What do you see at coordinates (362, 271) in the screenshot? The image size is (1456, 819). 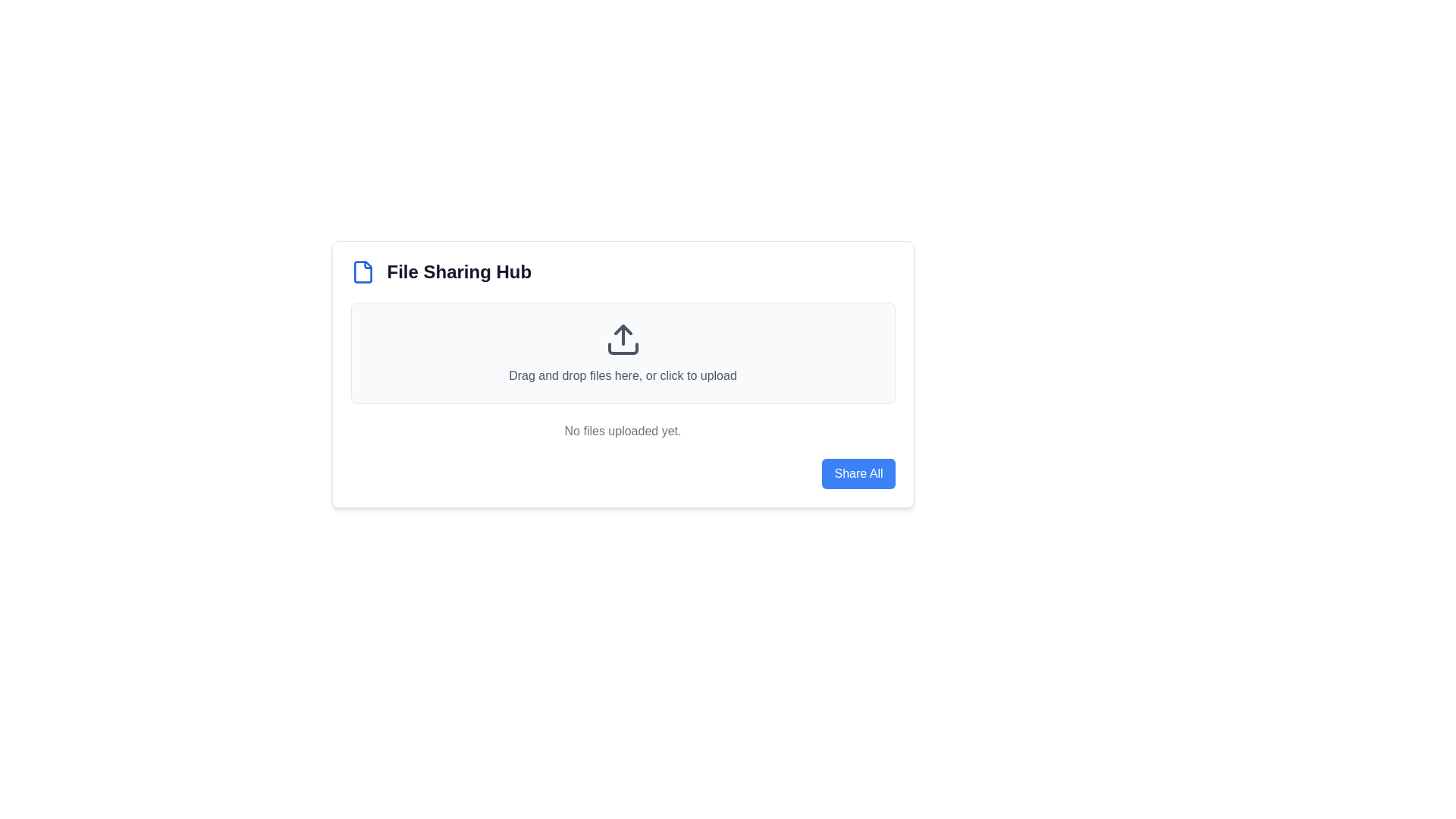 I see `the blue document icon located immediately to the left of the text 'File Sharing Hub' in the top section of the card layout if it is interactive` at bounding box center [362, 271].